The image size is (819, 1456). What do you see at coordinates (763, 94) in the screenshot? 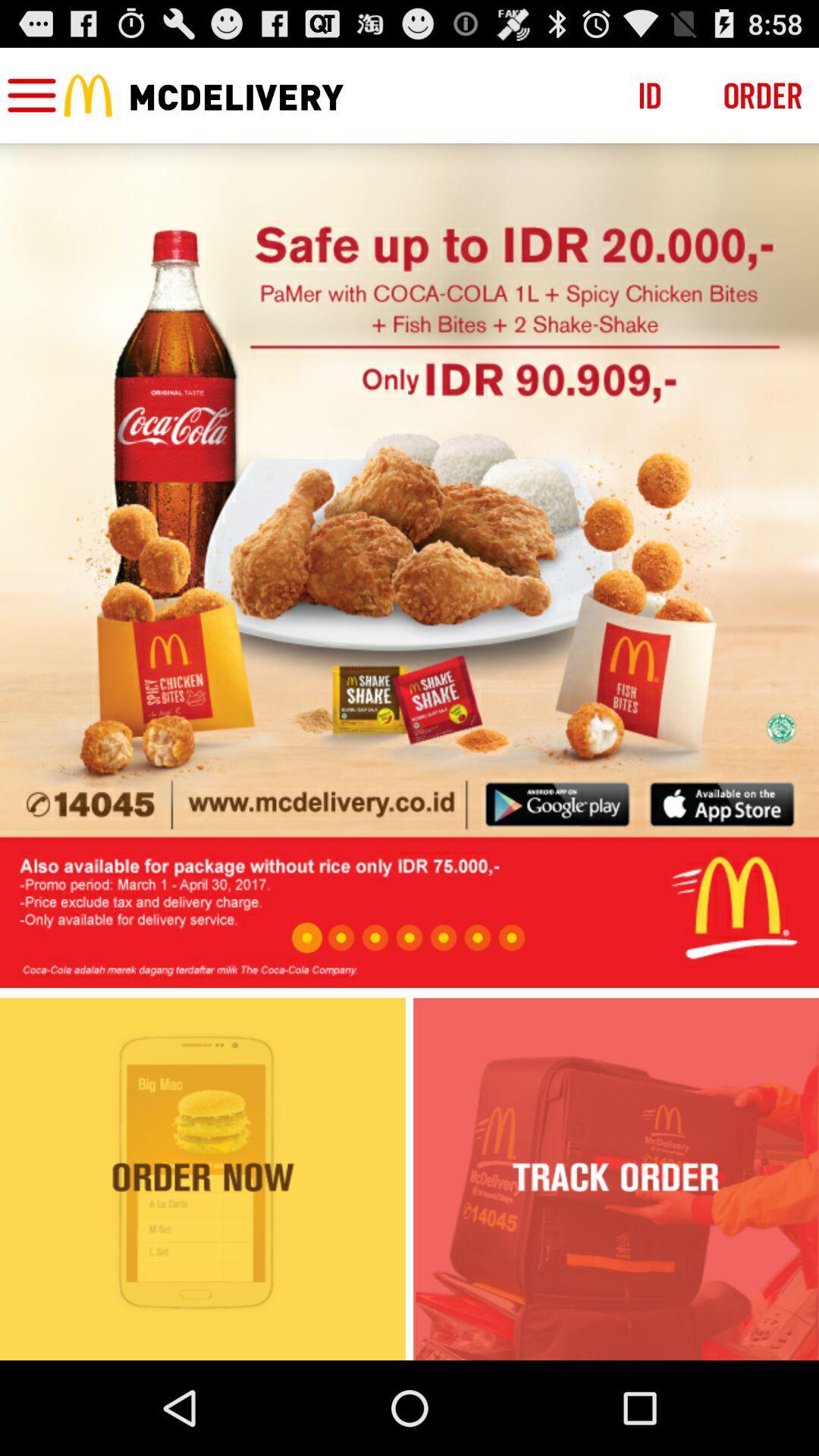
I see `the button which is next to id` at bounding box center [763, 94].